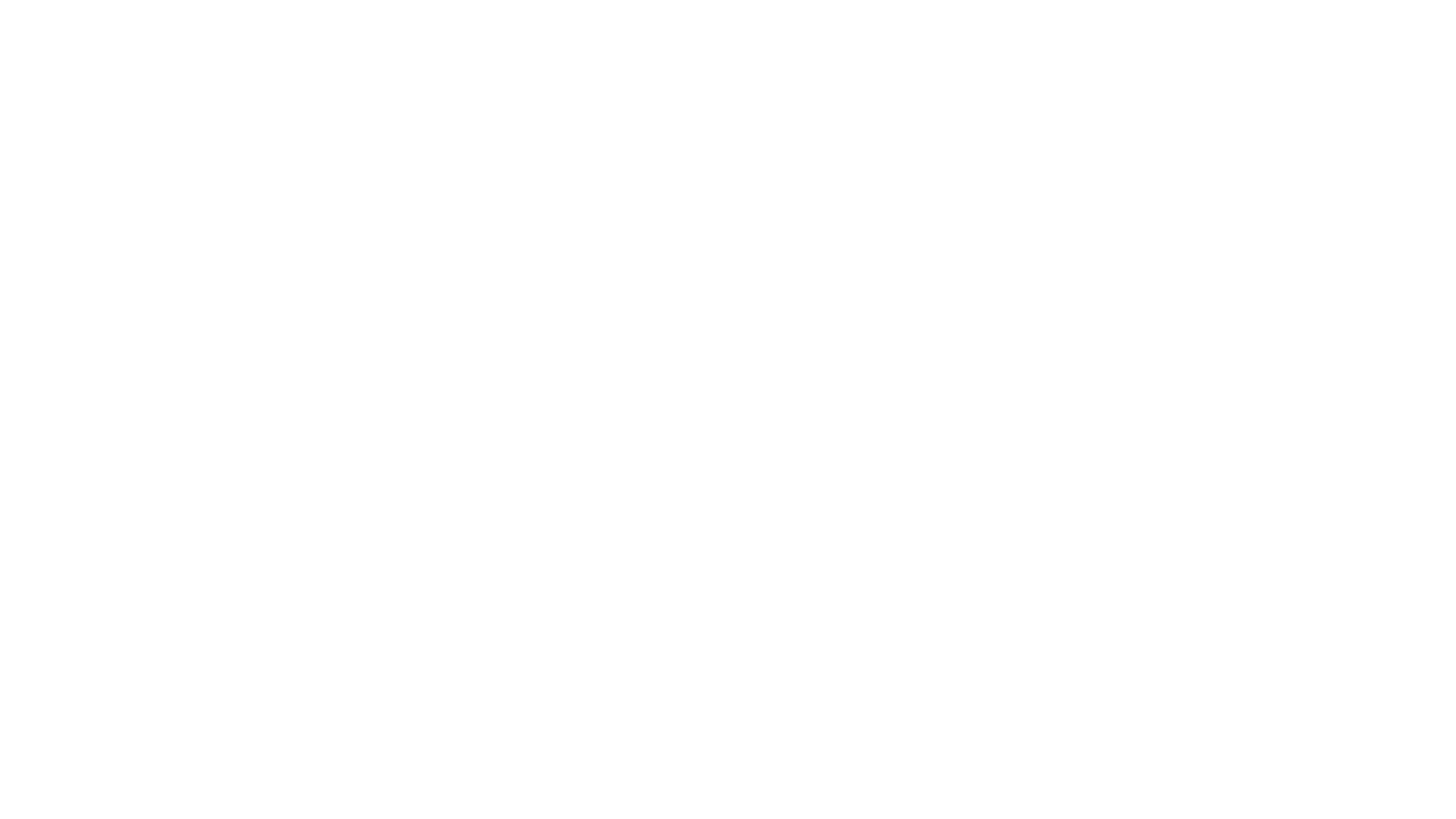 This screenshot has height=819, width=1456. What do you see at coordinates (854, 197) in the screenshot?
I see `Yushin Shinoda` at bounding box center [854, 197].